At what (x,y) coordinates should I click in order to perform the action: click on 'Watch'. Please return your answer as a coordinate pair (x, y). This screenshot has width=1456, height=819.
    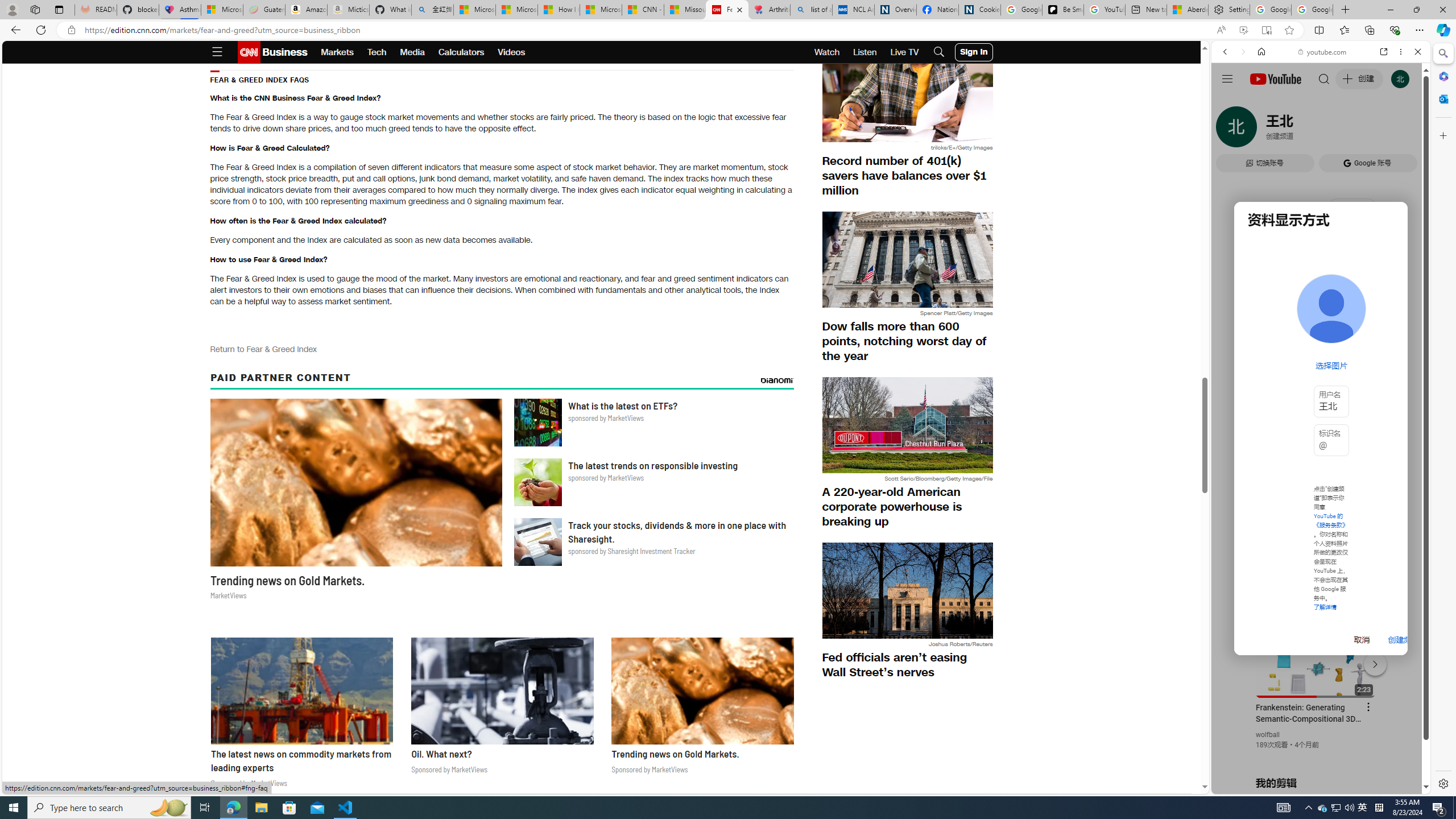
    Looking at the image, I should click on (827, 52).